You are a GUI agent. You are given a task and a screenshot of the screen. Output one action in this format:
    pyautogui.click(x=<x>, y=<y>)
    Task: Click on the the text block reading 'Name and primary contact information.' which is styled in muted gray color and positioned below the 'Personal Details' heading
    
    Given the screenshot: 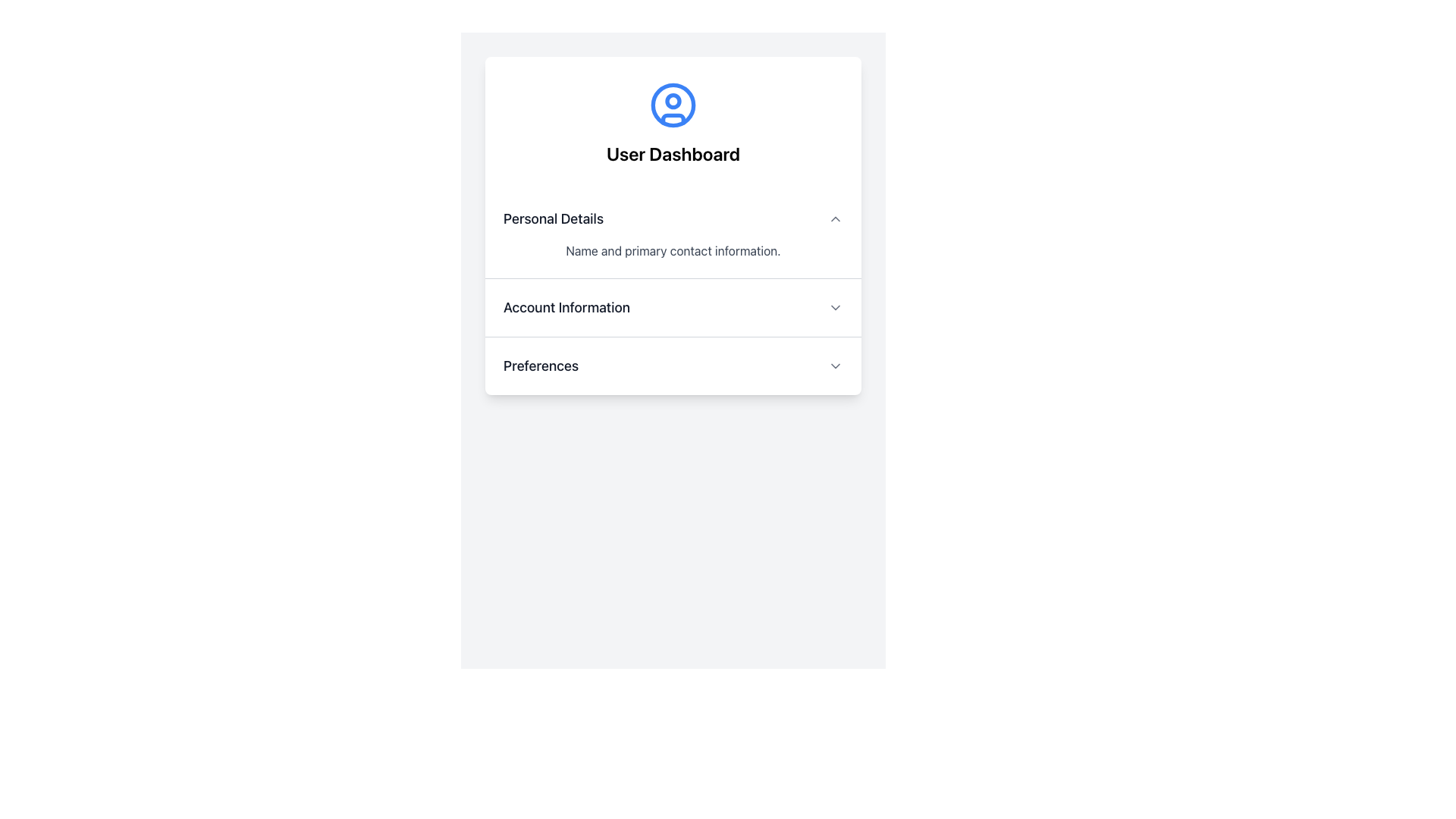 What is the action you would take?
    pyautogui.click(x=673, y=250)
    